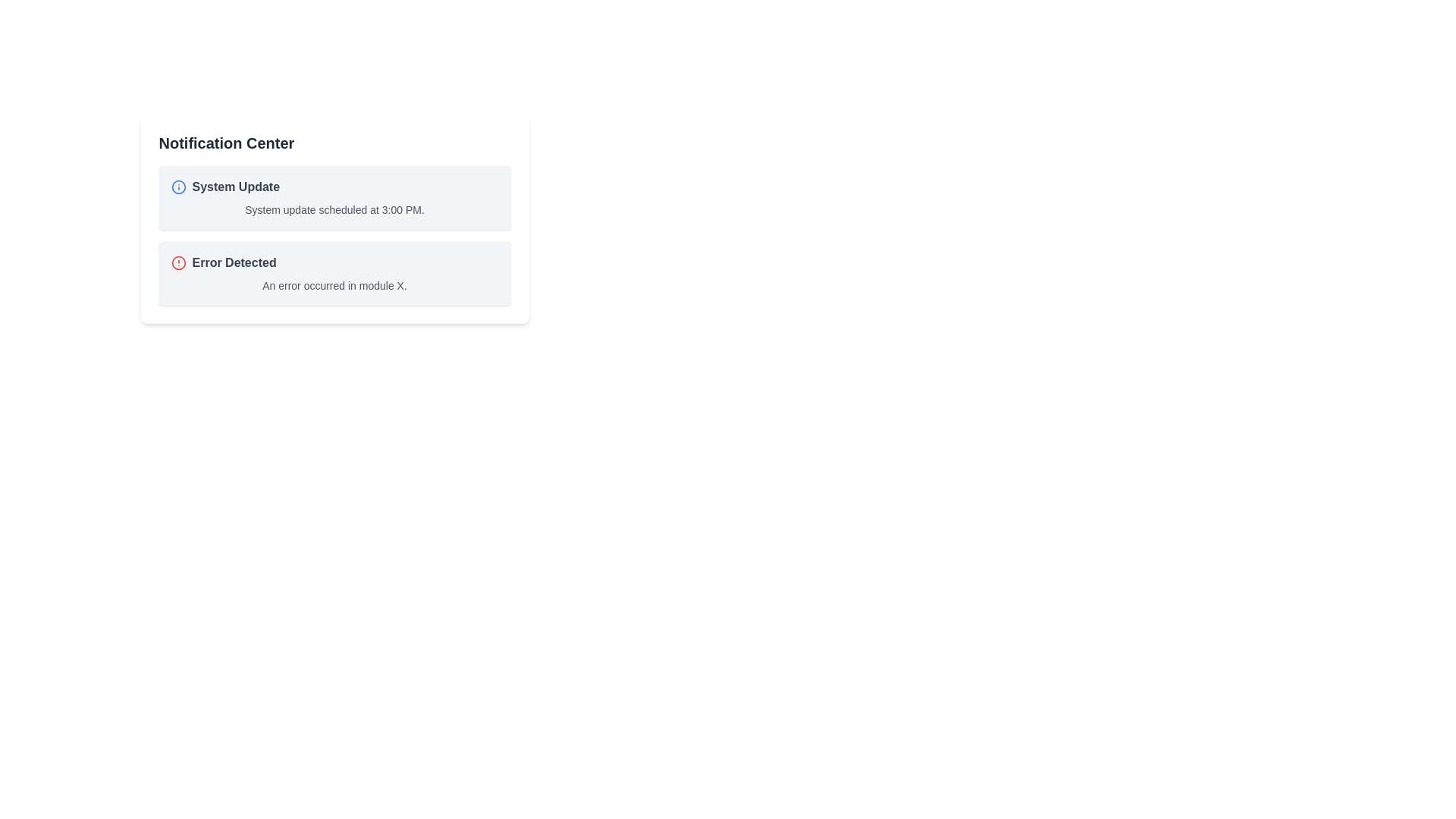 The image size is (1456, 819). What do you see at coordinates (178, 262) in the screenshot?
I see `the status indicated by the Circular Icon on the left side of the 'Error Detected' notification card in the Notification Center` at bounding box center [178, 262].